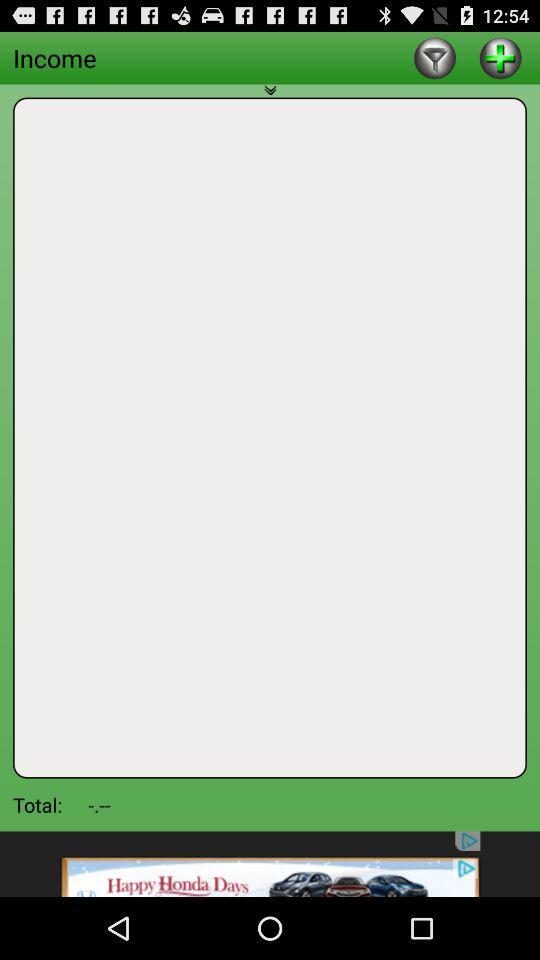  What do you see at coordinates (499, 56) in the screenshot?
I see `item` at bounding box center [499, 56].